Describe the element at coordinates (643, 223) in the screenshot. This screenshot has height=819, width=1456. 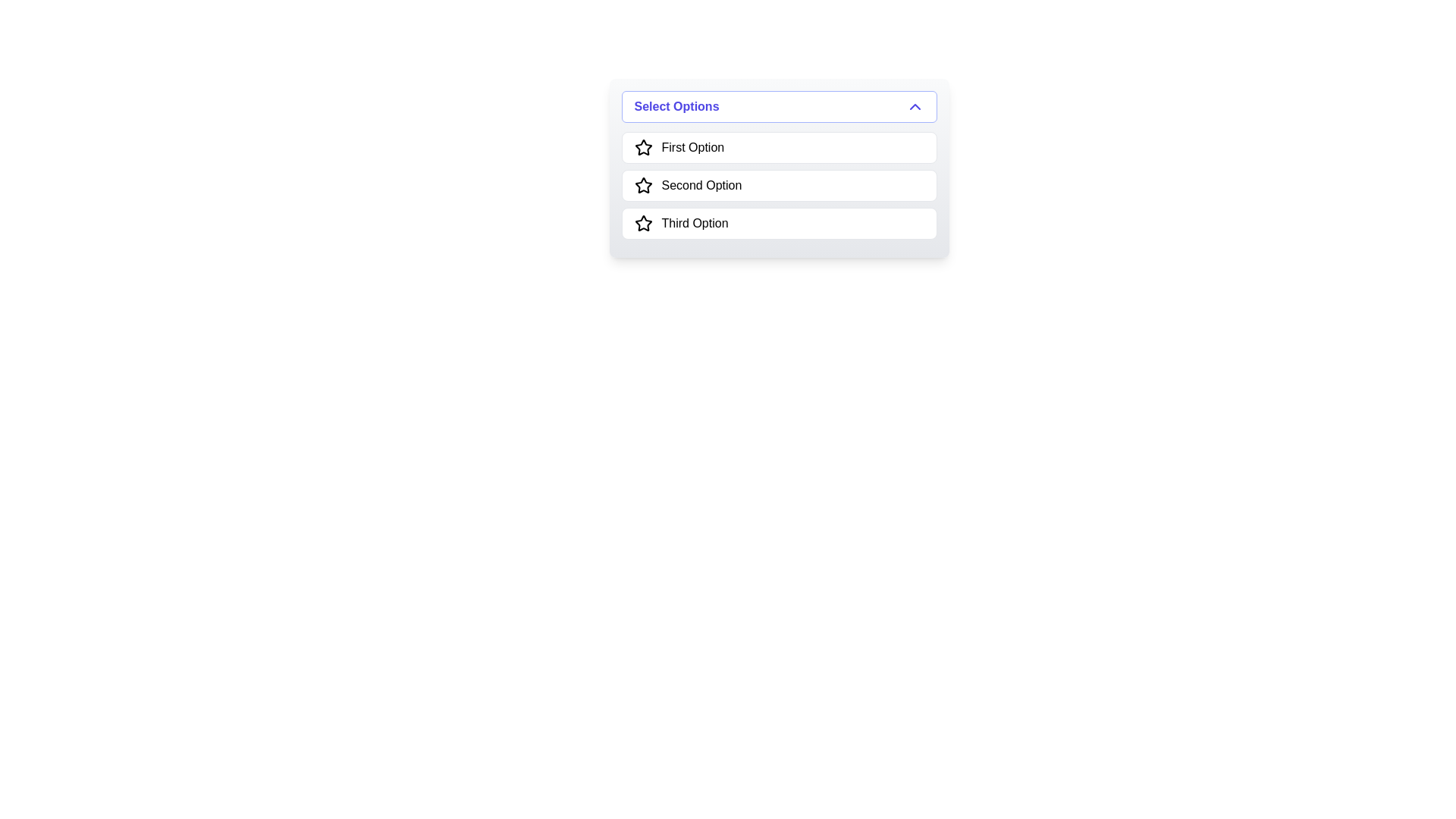
I see `the star icon which represents the 'Third Option' entry in the dropdown menu titled 'Select Options'` at that location.